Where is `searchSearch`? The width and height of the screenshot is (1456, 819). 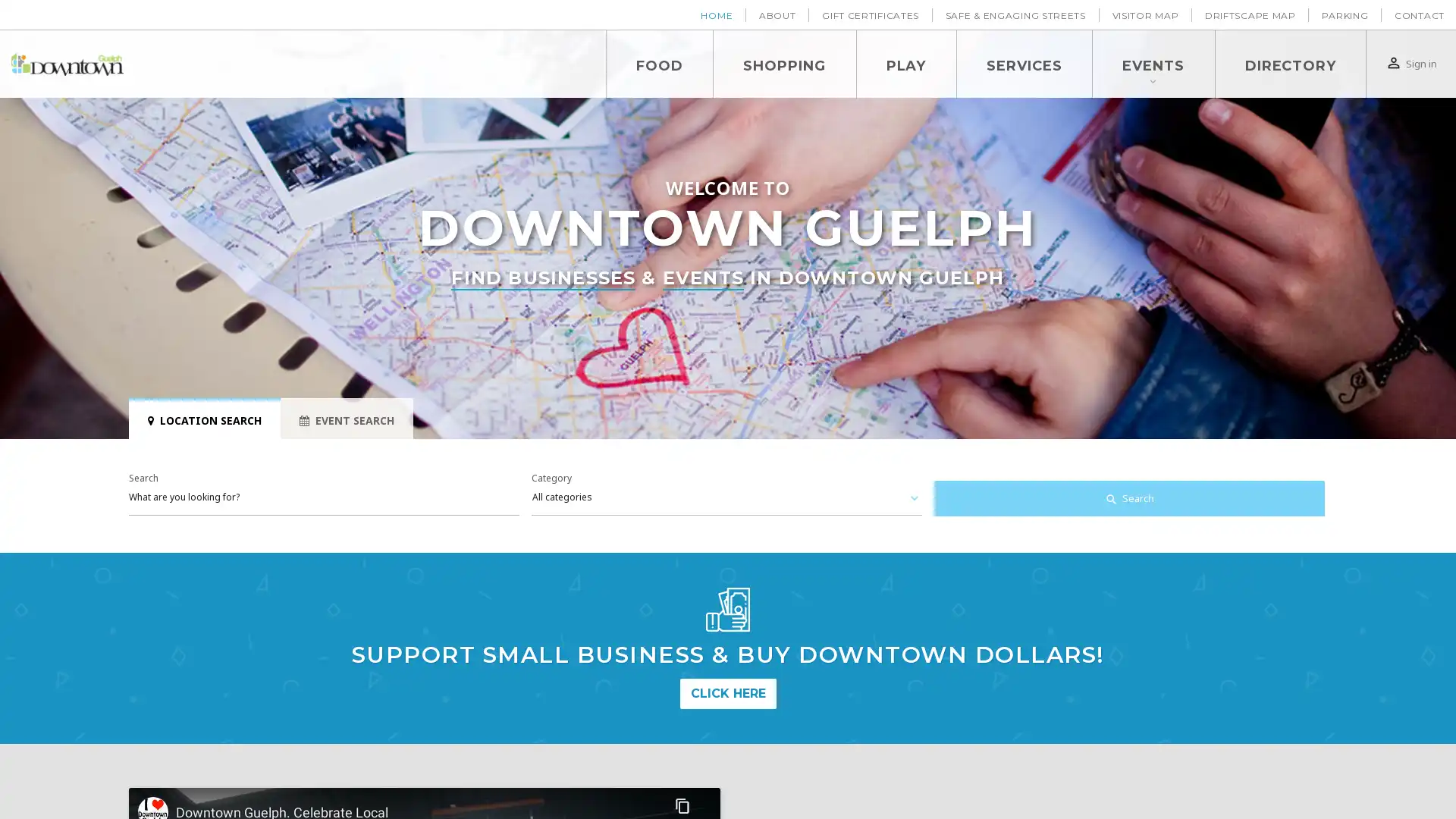 searchSearch is located at coordinates (1128, 499).